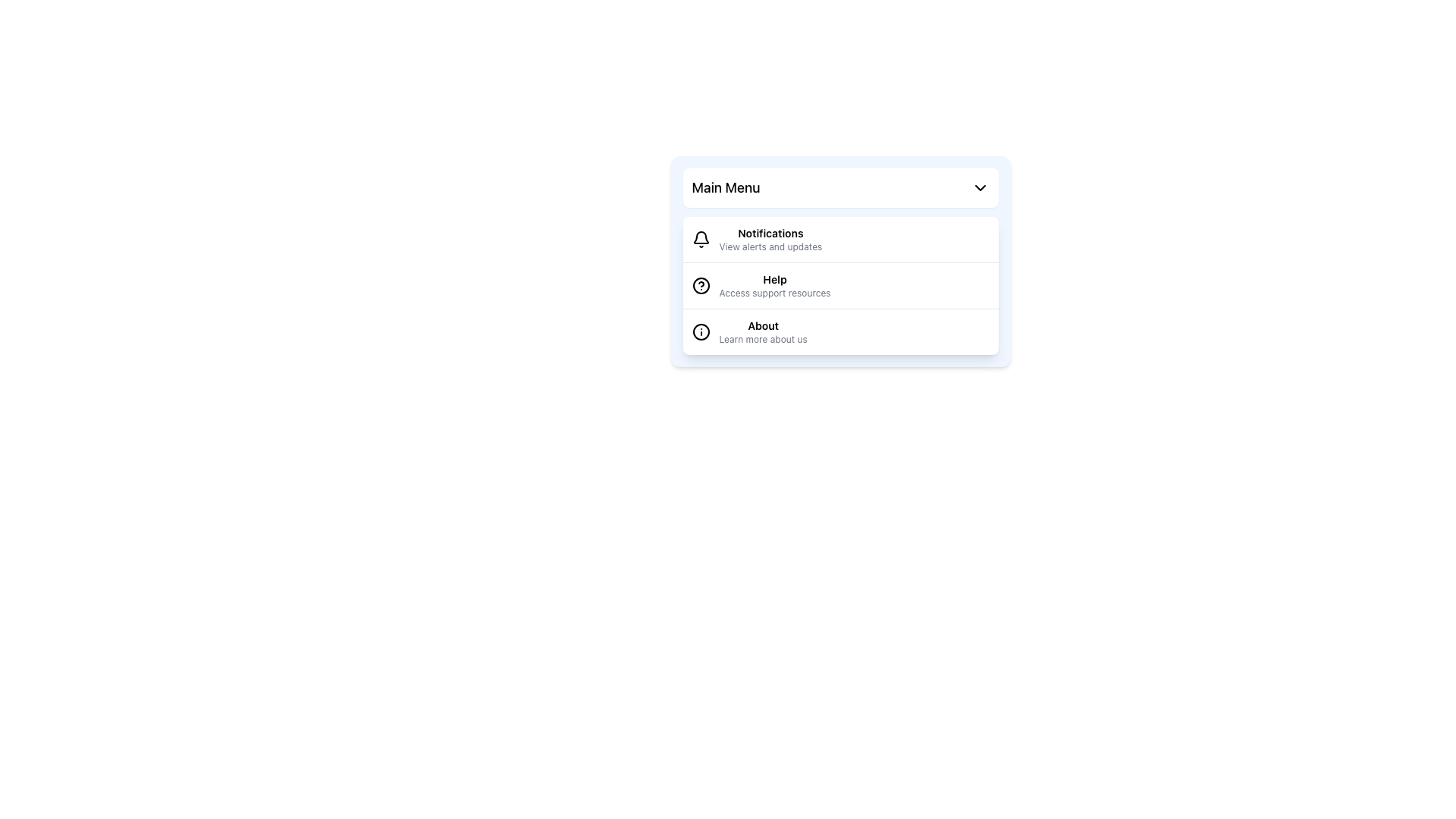 This screenshot has height=819, width=1456. What do you see at coordinates (770, 234) in the screenshot?
I see `text label that identifies the option for receiving notifications in the Main Menu, located above 'View alerts and updates'` at bounding box center [770, 234].